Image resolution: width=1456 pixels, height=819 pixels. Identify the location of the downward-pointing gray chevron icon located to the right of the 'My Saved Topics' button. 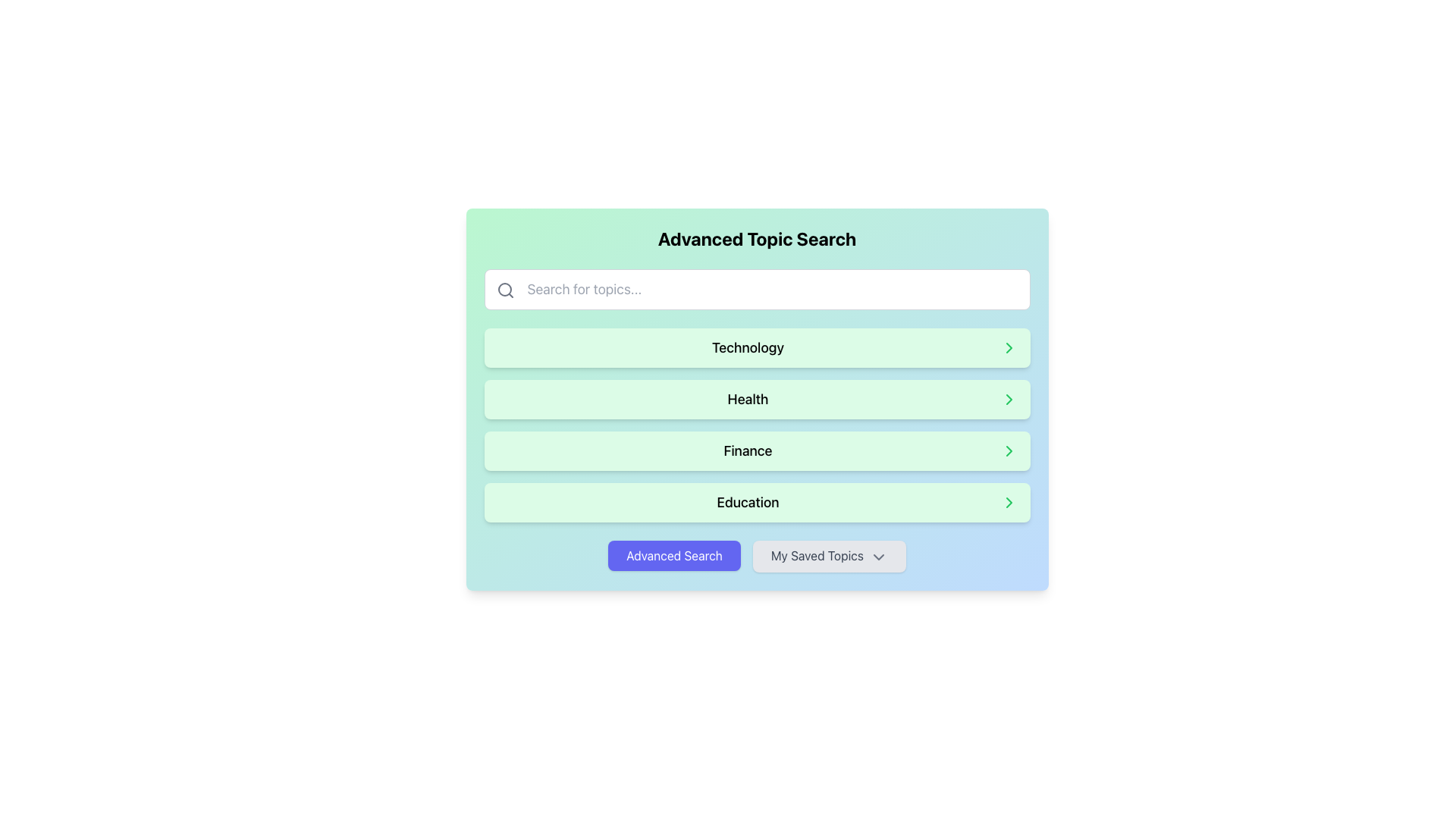
(878, 557).